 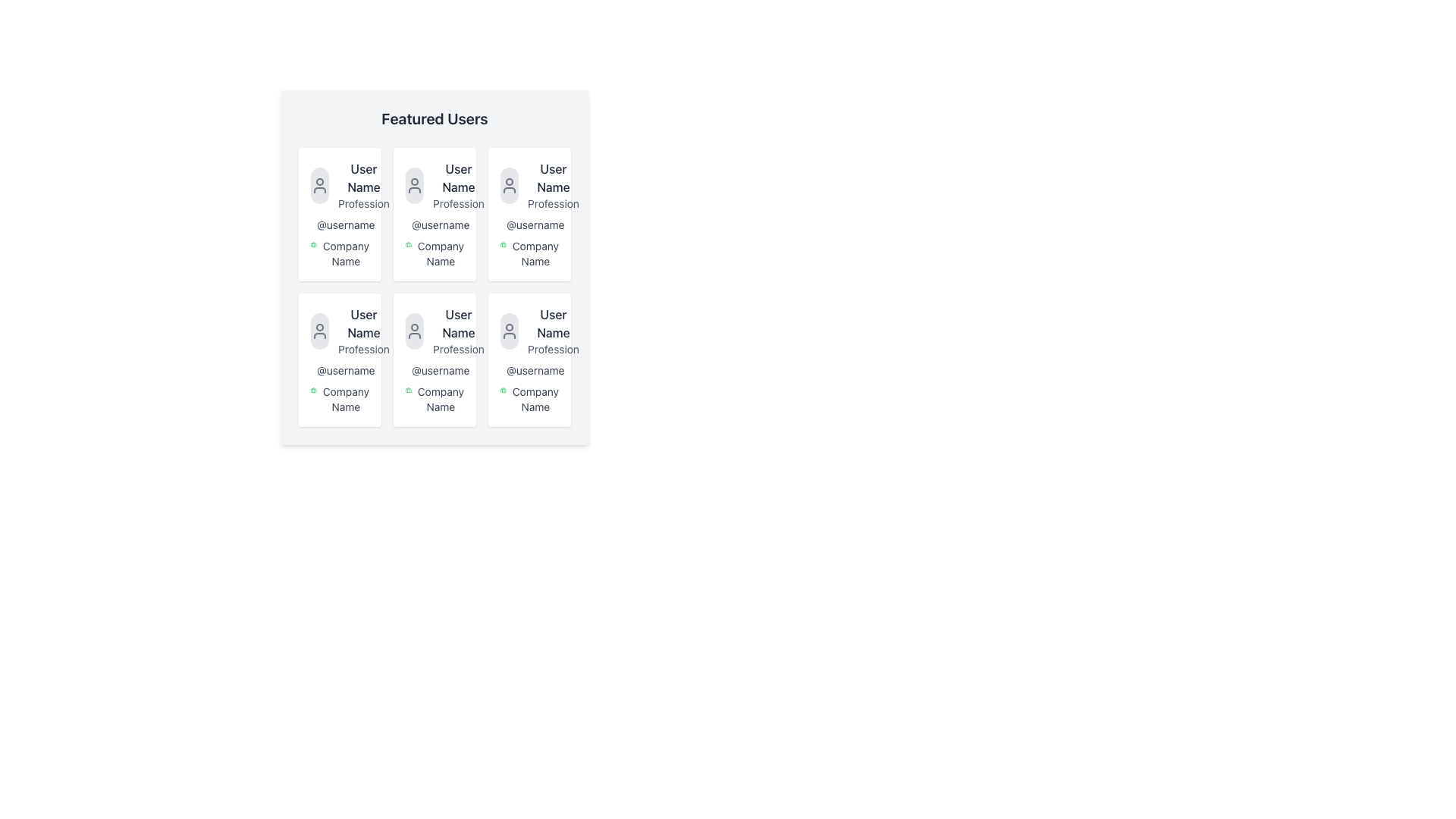 I want to click on the company affiliation icon located at the top-left corner of the 'Company Name' text in the bottom-left user profile card of the grid layout, so click(x=312, y=390).